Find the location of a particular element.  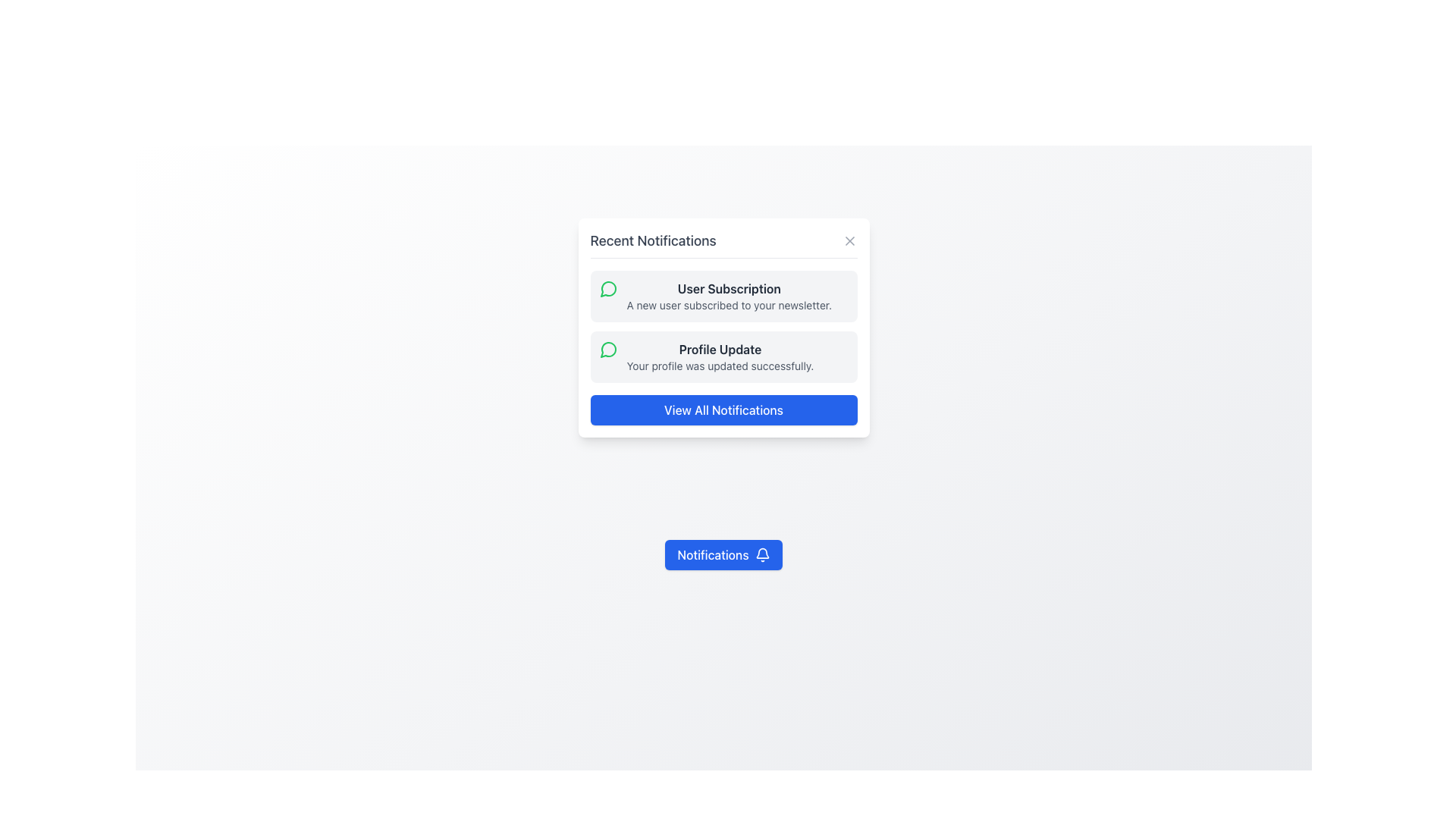

the close ('X') icon located at the upper-right corner of the notification panel is located at coordinates (849, 240).